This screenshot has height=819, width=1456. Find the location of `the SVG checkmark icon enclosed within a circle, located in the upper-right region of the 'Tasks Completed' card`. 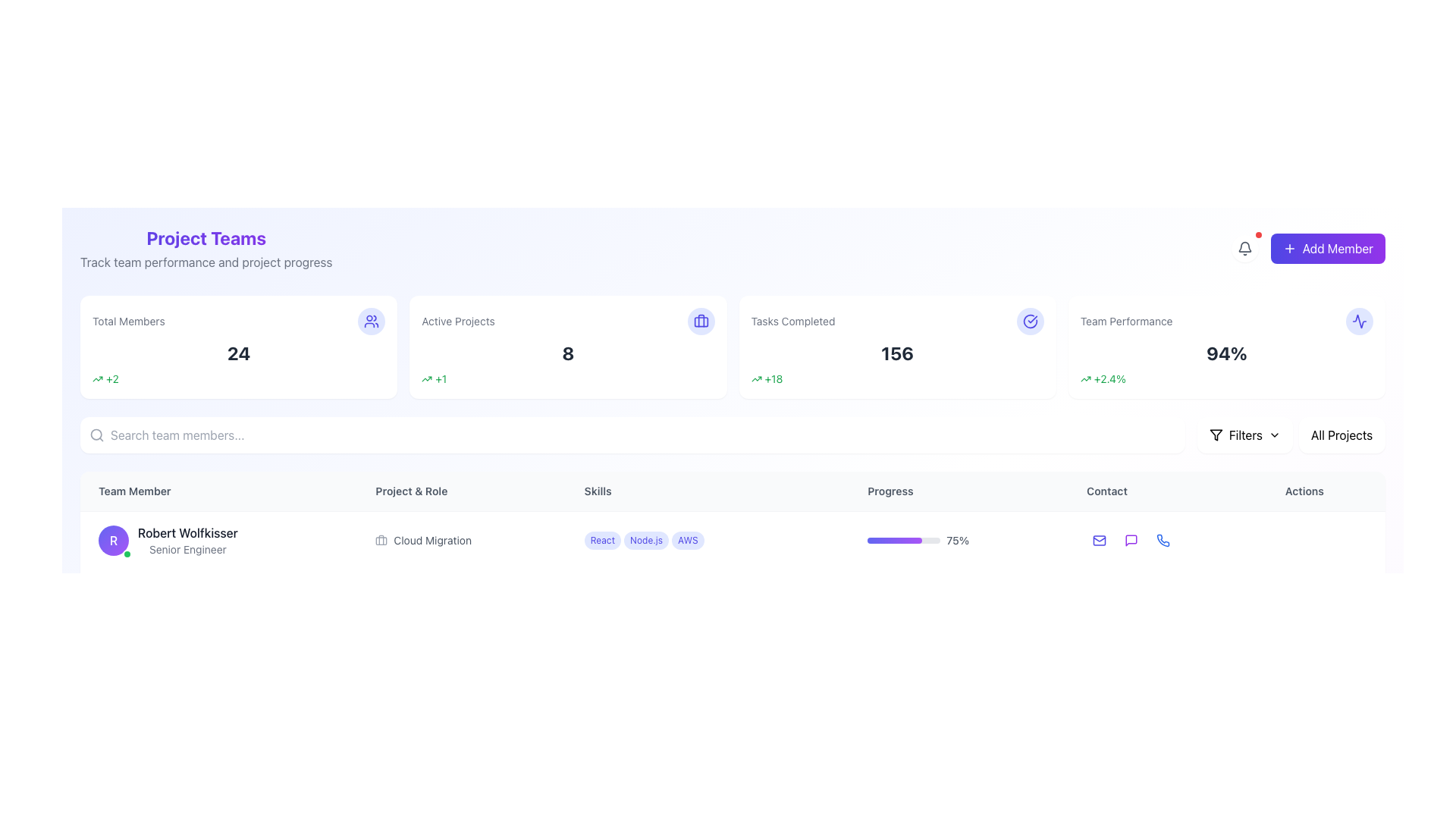

the SVG checkmark icon enclosed within a circle, located in the upper-right region of the 'Tasks Completed' card is located at coordinates (1030, 321).